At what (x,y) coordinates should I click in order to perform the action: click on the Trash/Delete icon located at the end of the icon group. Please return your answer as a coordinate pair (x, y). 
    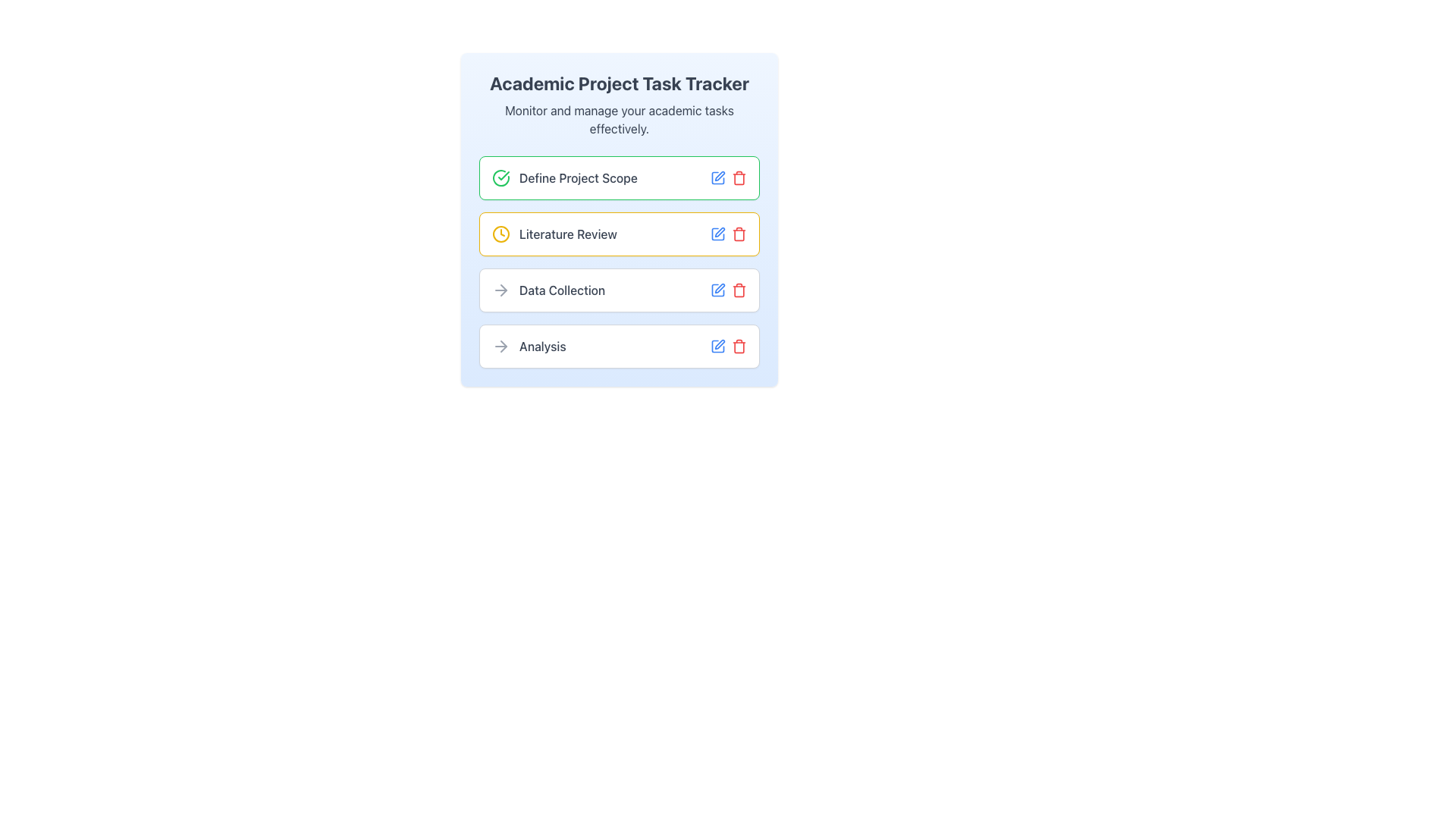
    Looking at the image, I should click on (739, 290).